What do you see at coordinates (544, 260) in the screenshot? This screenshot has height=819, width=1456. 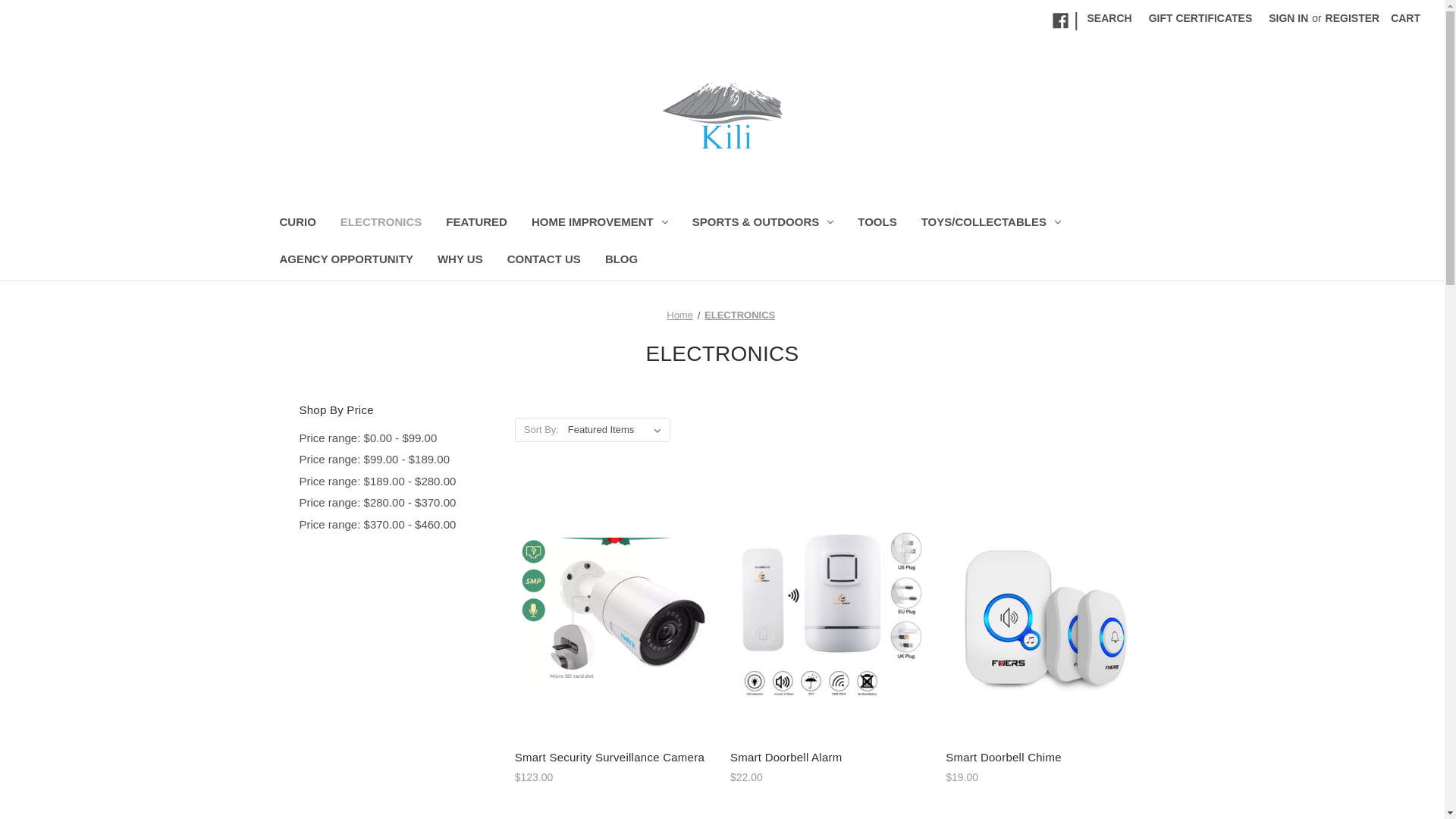 I see `'CONTACT US'` at bounding box center [544, 260].